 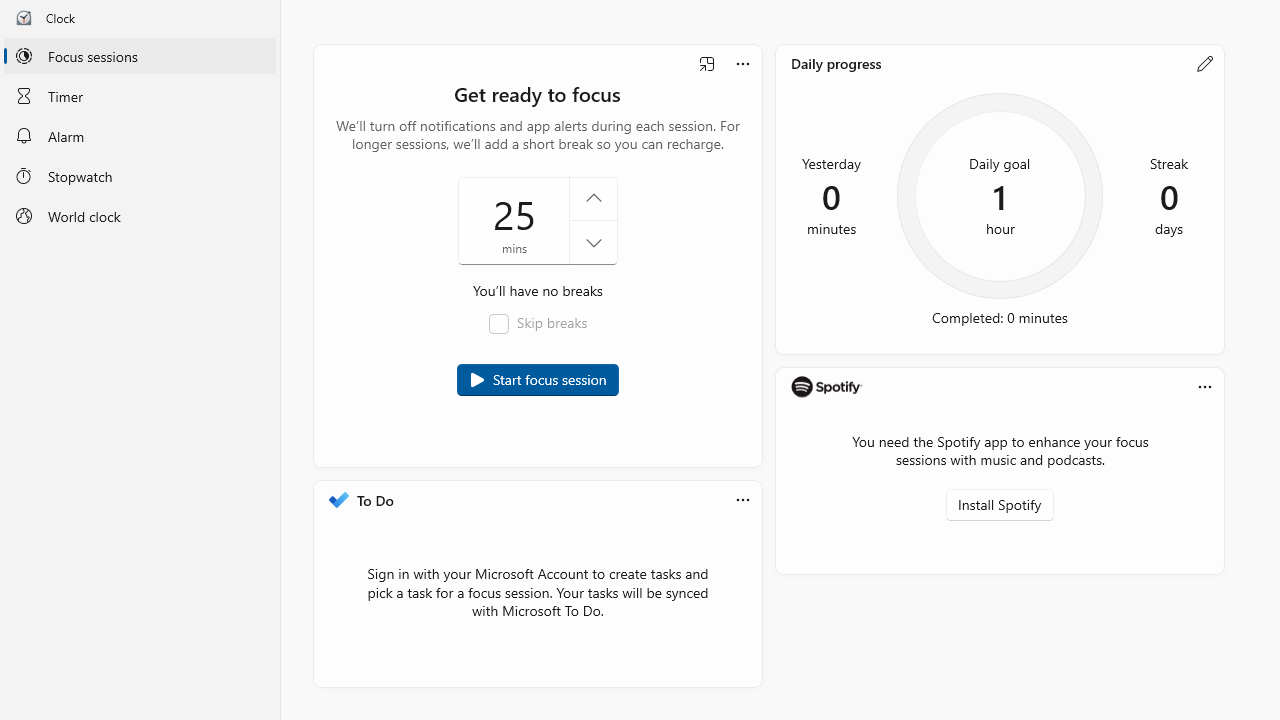 I want to click on 'Install Spotify', so click(x=999, y=504).